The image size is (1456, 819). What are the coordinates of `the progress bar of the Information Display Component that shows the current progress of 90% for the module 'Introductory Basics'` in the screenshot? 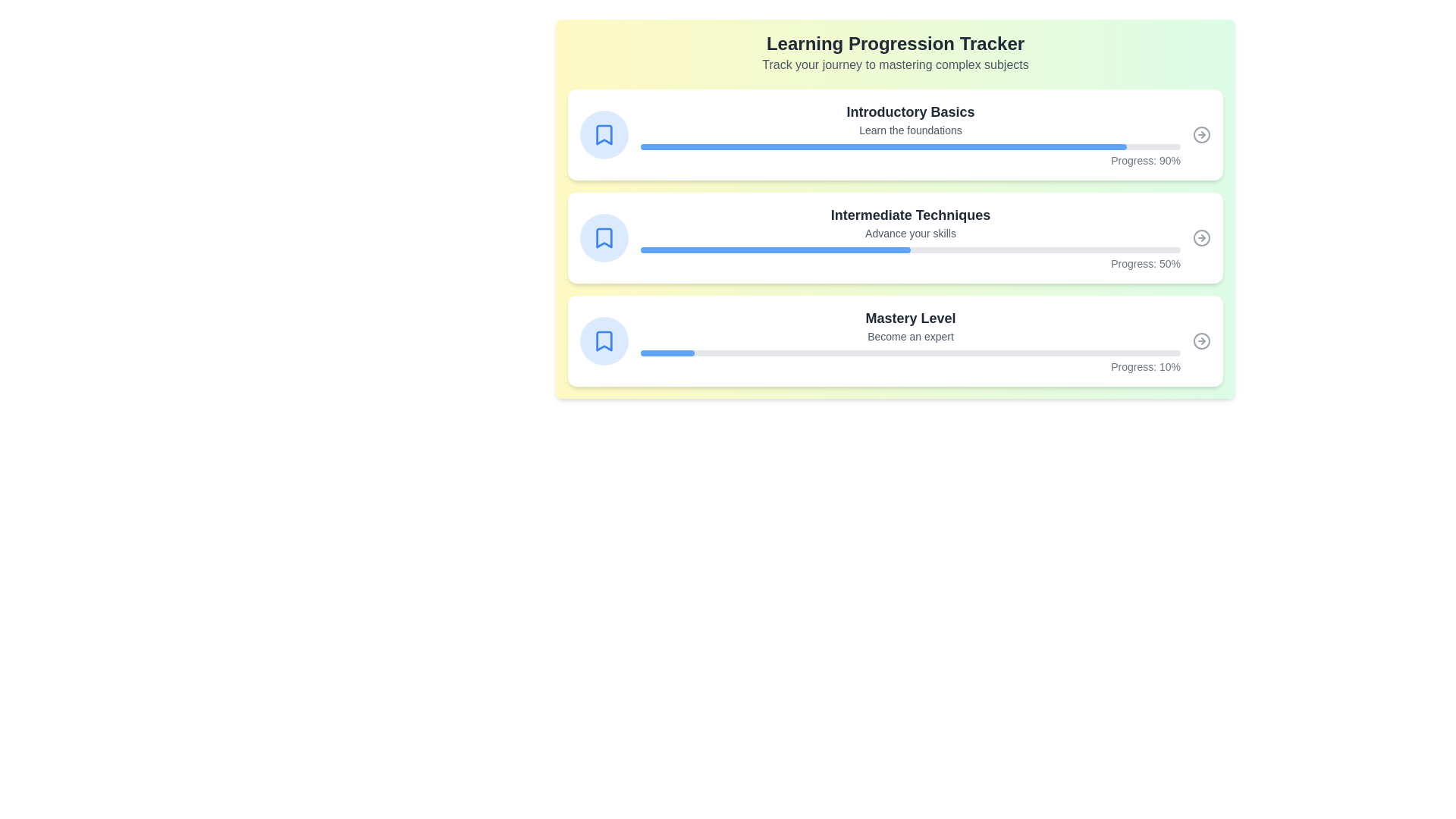 It's located at (910, 133).